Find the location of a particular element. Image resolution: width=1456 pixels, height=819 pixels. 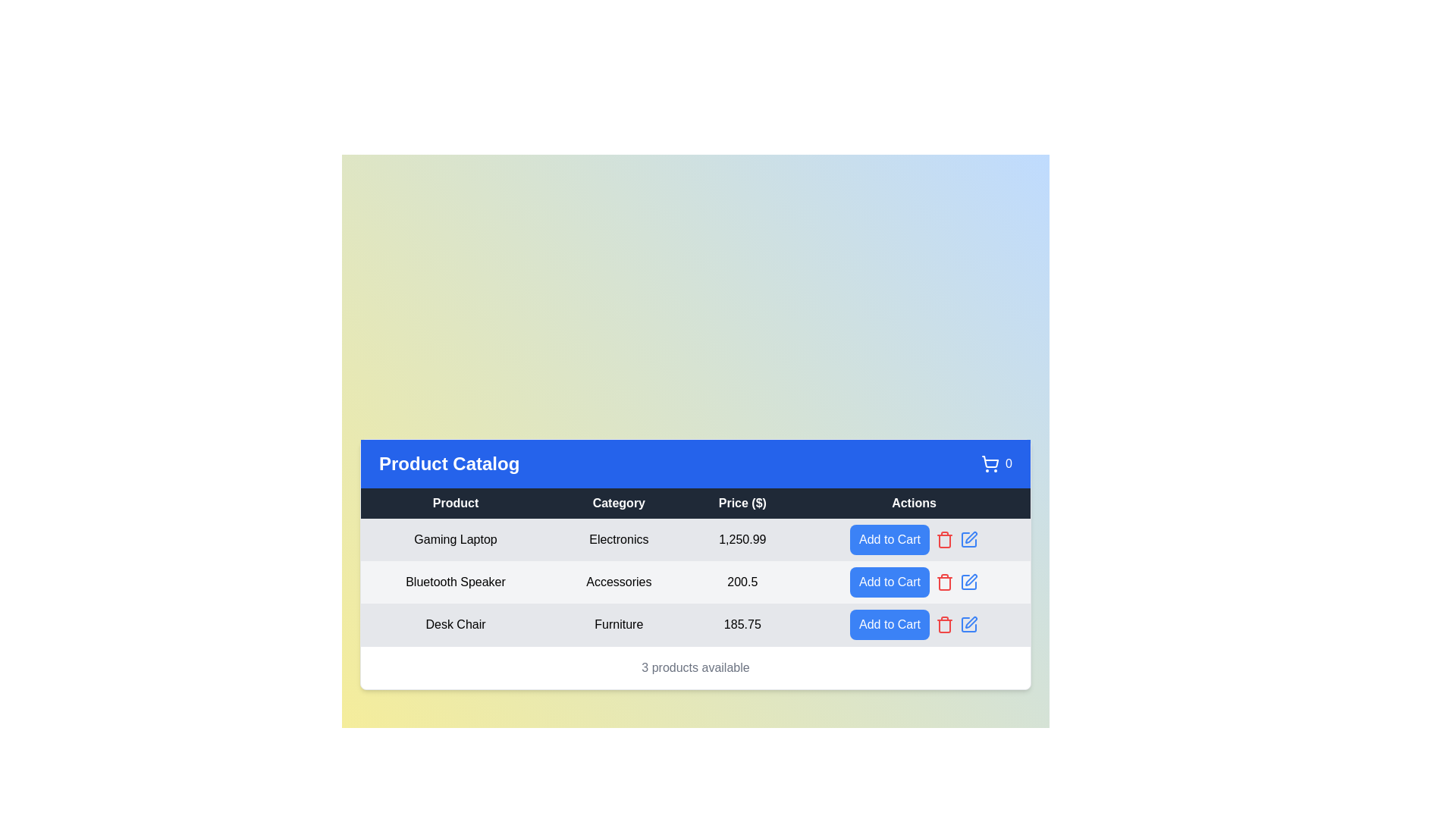

the edit icon button located in the last row of the table in the 'Actions' column, which is the second icon to the left of the trash bin icon is located at coordinates (971, 536).